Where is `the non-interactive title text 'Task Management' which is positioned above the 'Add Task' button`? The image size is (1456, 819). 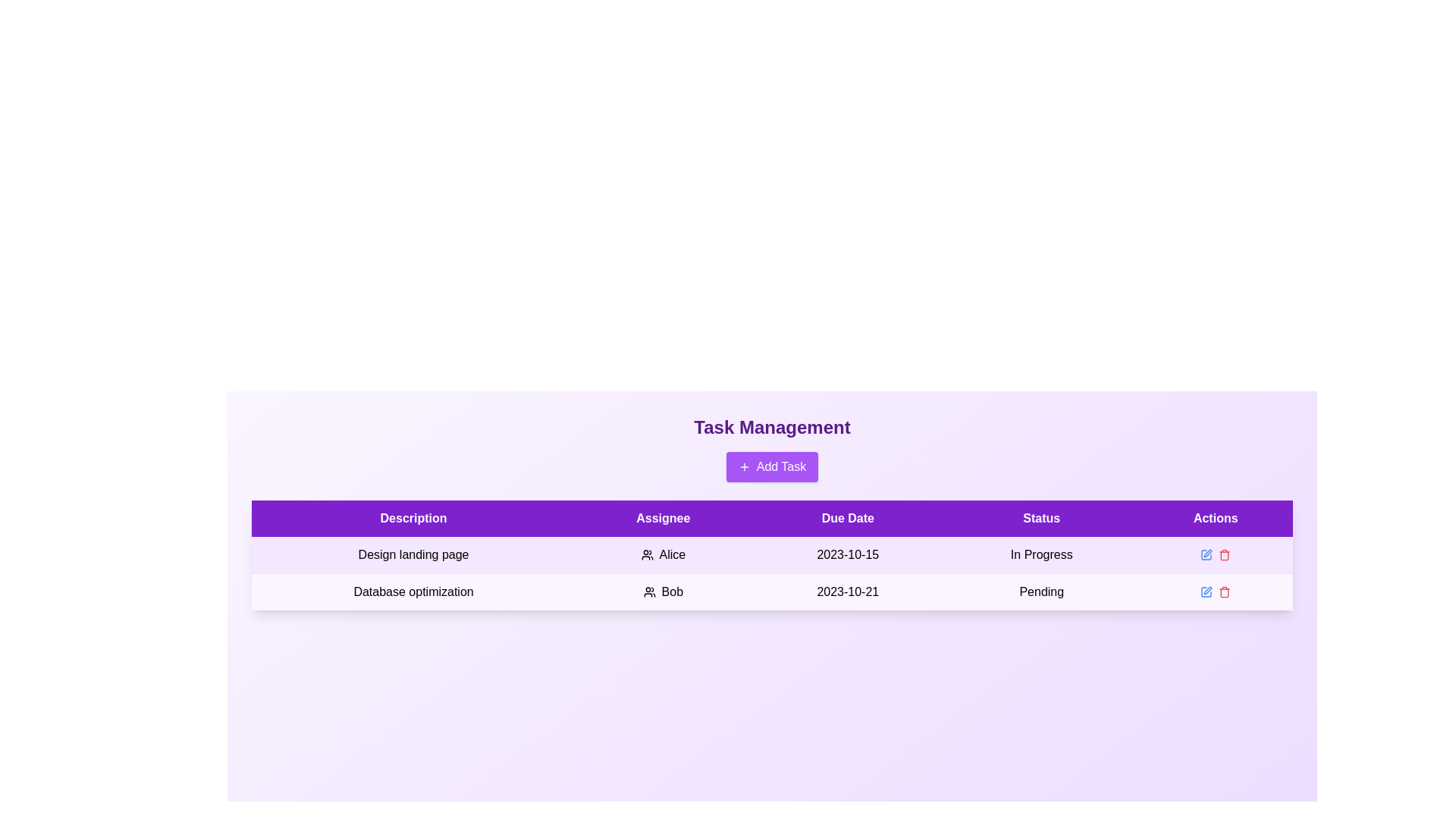
the non-interactive title text 'Task Management' which is positioned above the 'Add Task' button is located at coordinates (772, 427).